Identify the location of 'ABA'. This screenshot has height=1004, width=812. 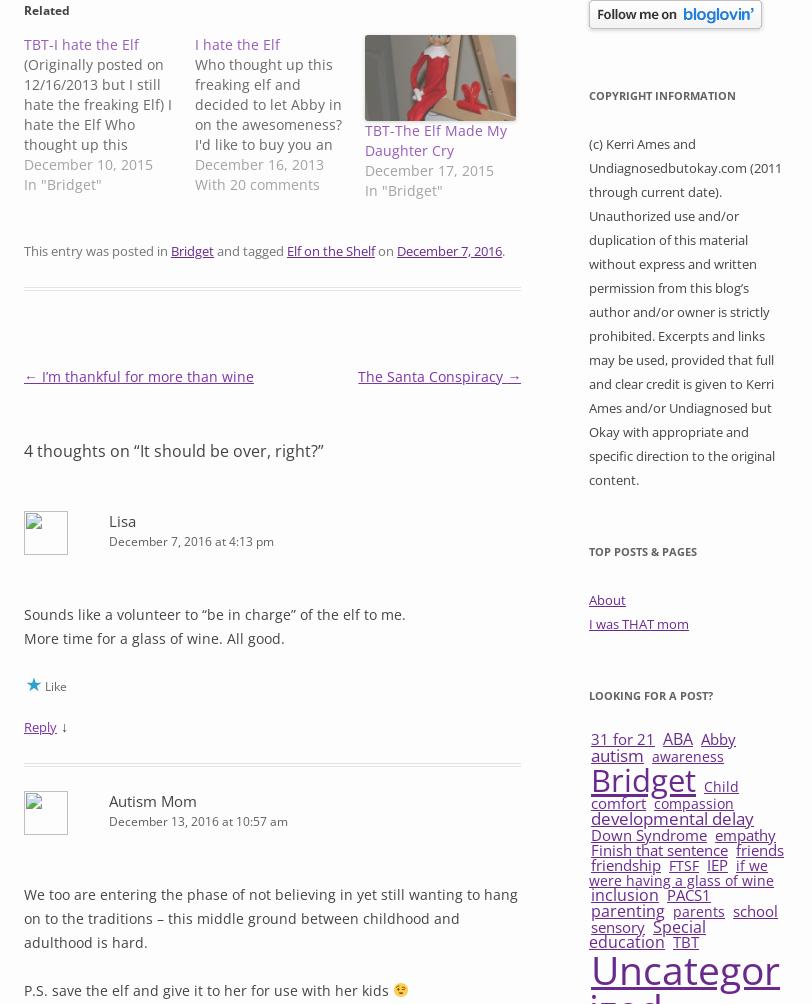
(678, 738).